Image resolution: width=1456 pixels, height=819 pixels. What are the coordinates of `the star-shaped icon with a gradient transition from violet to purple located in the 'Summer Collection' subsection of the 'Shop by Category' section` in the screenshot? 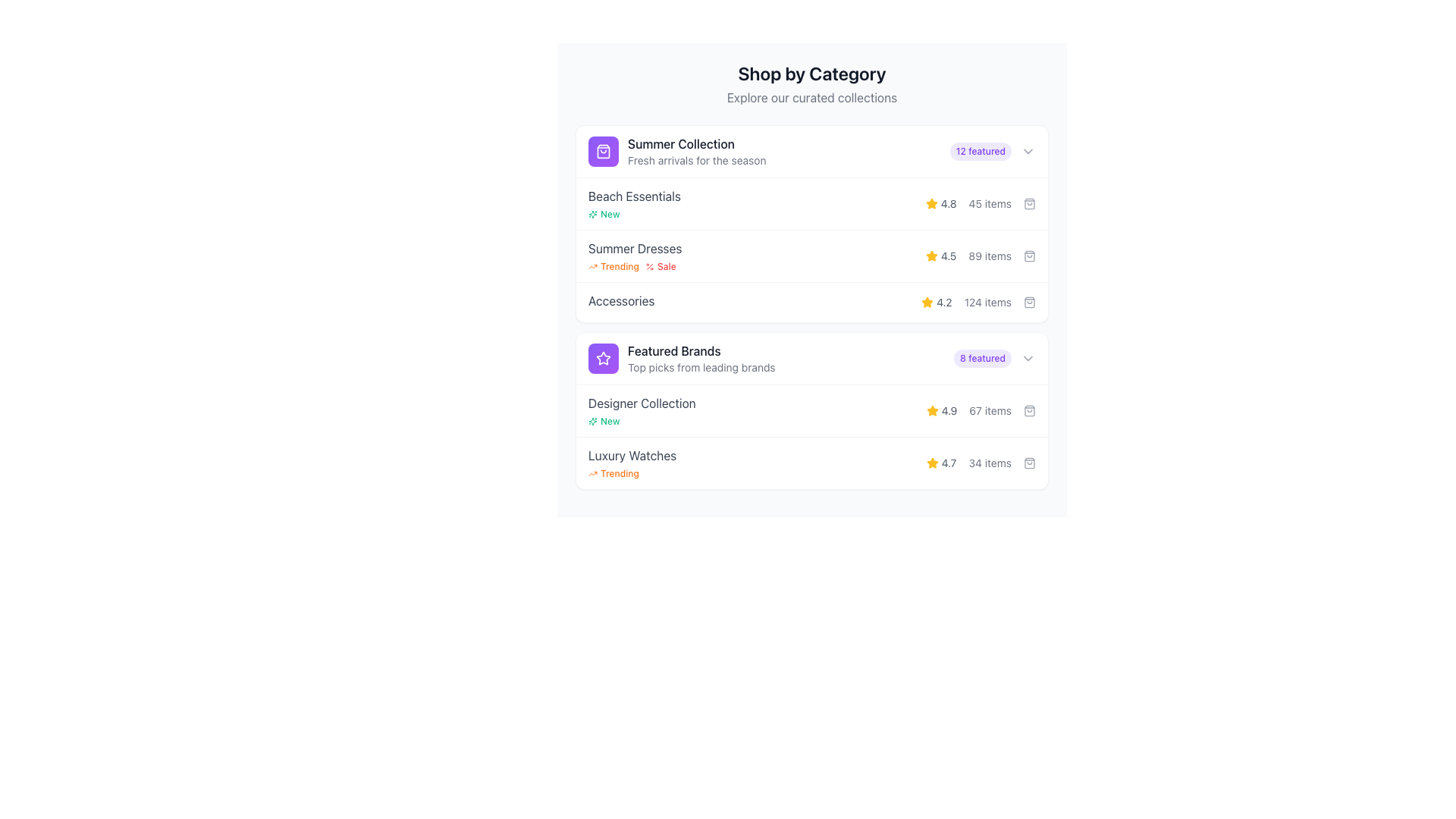 It's located at (603, 359).